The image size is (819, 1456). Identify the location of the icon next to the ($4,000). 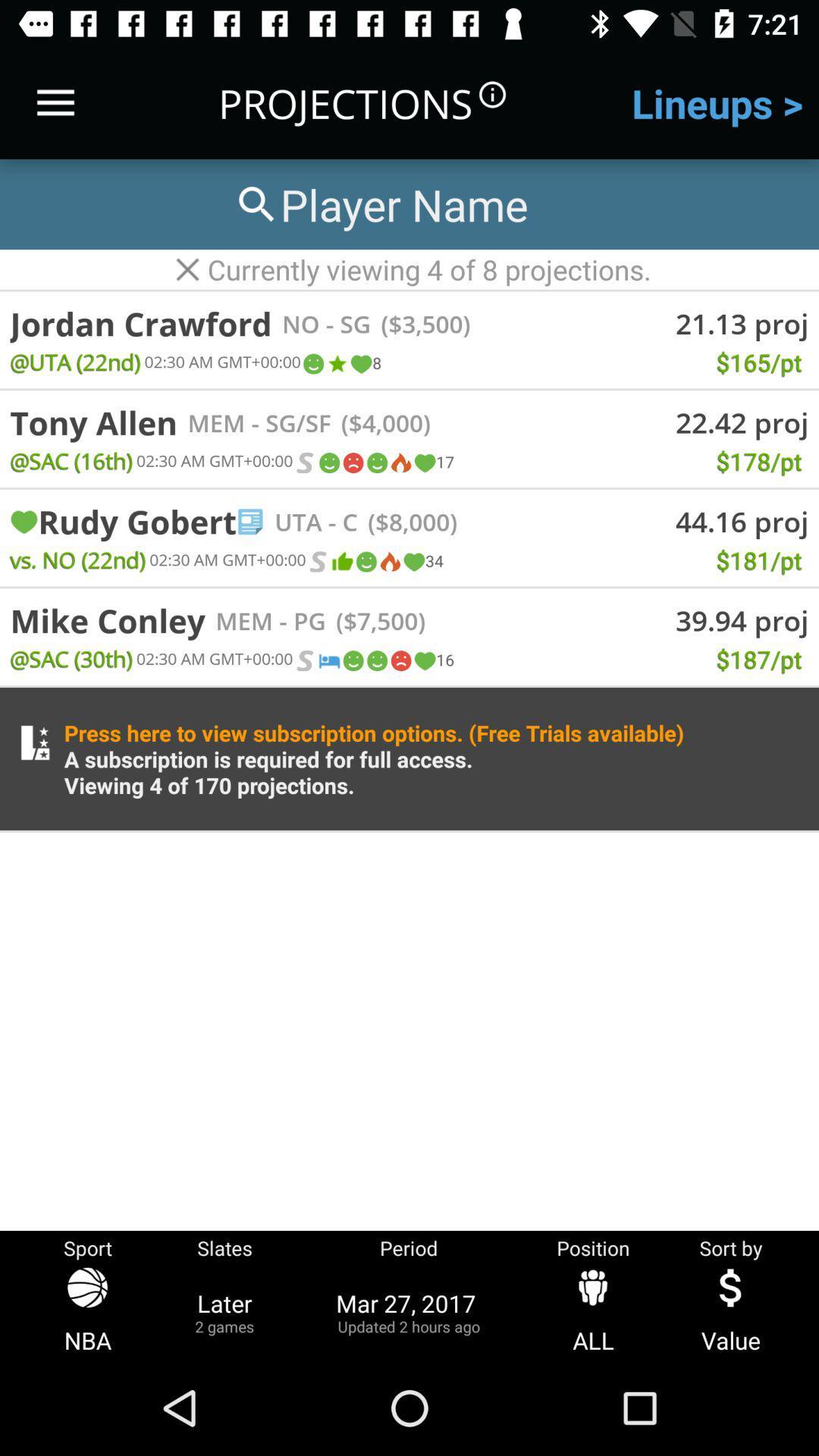
(287, 422).